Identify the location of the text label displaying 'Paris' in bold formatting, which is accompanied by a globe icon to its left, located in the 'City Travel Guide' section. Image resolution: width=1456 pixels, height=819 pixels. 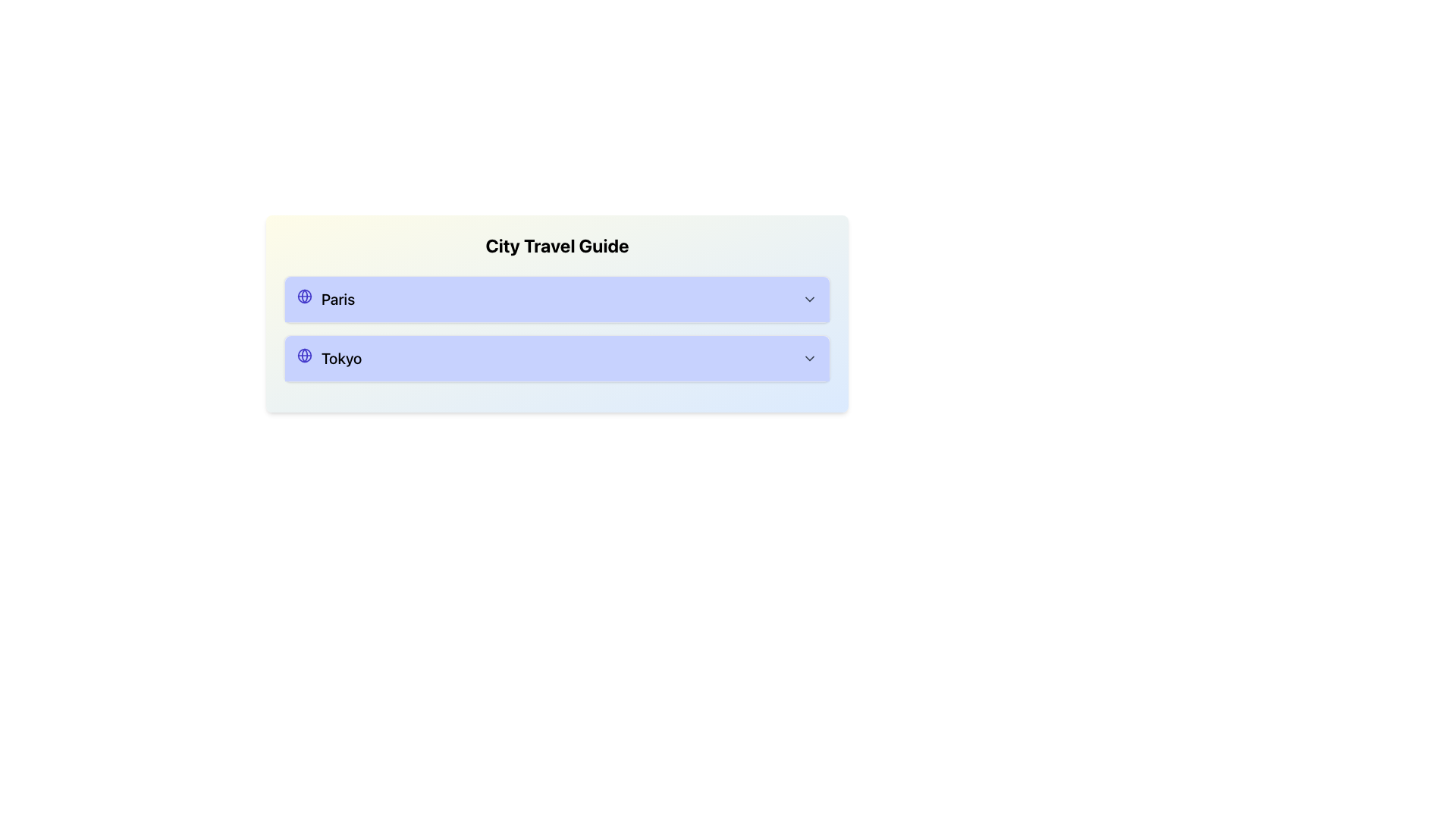
(325, 299).